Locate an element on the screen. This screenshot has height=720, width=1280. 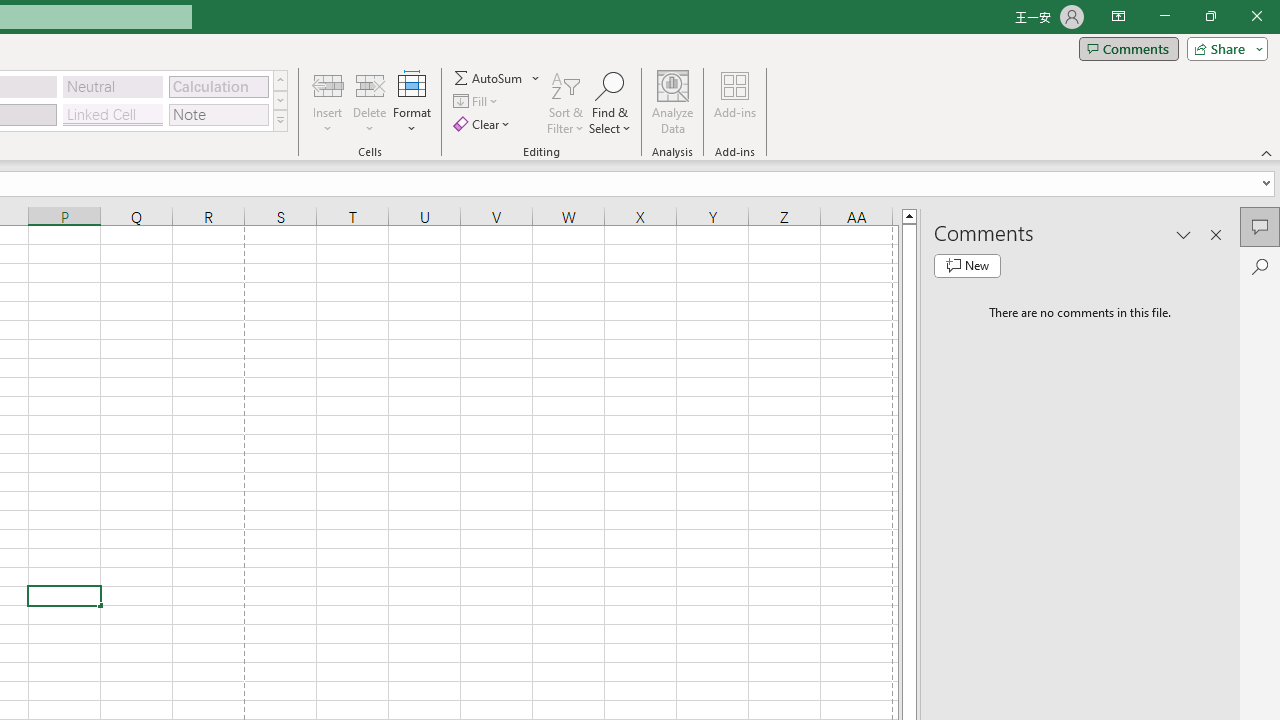
'AutoSum' is located at coordinates (497, 77).